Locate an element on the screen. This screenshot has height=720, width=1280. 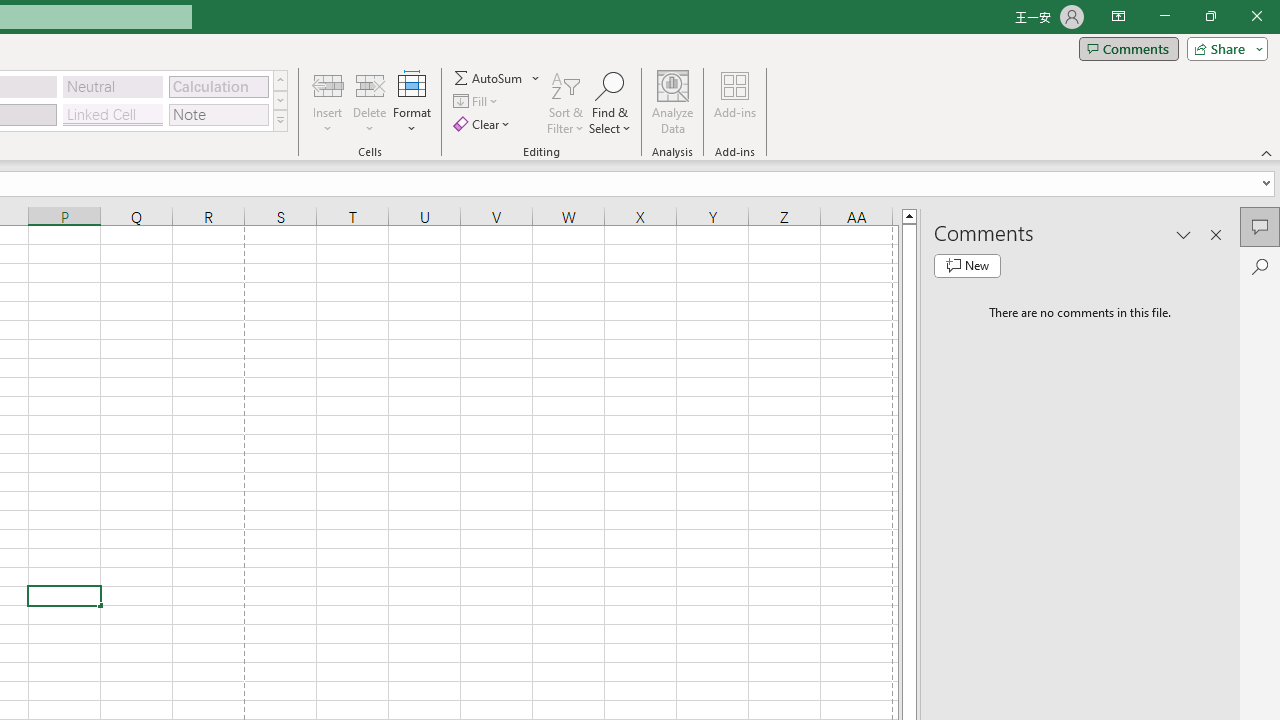
'AutoSum' is located at coordinates (497, 77).